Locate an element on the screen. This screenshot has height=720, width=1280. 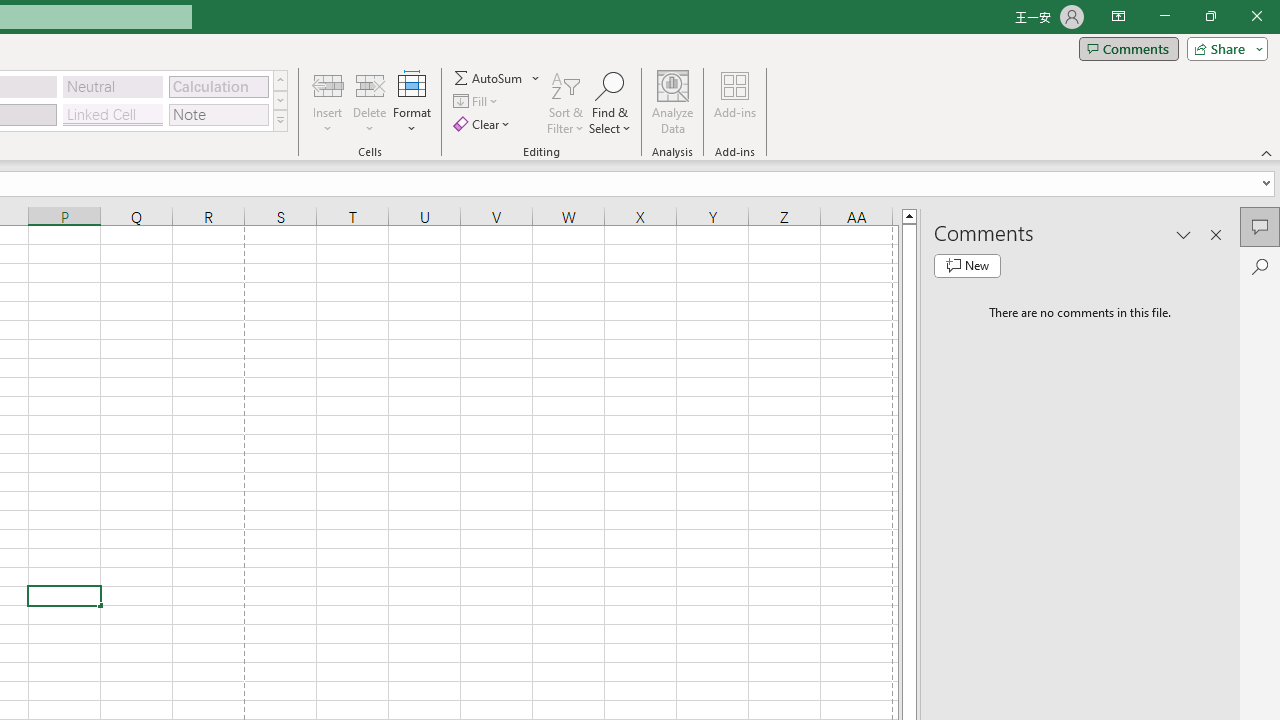
'AutoSum' is located at coordinates (497, 77).